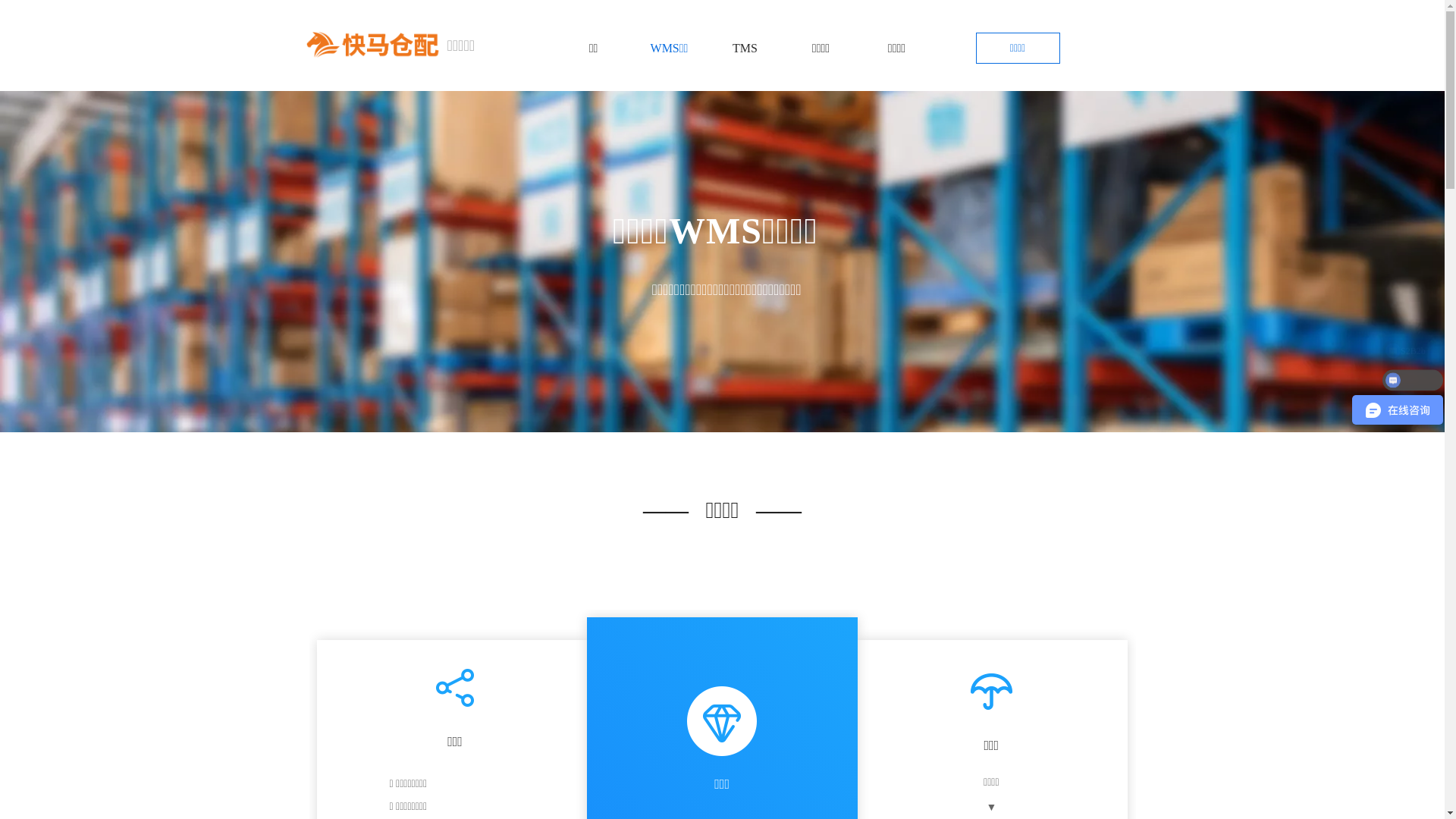  I want to click on 'TMS', so click(745, 48).